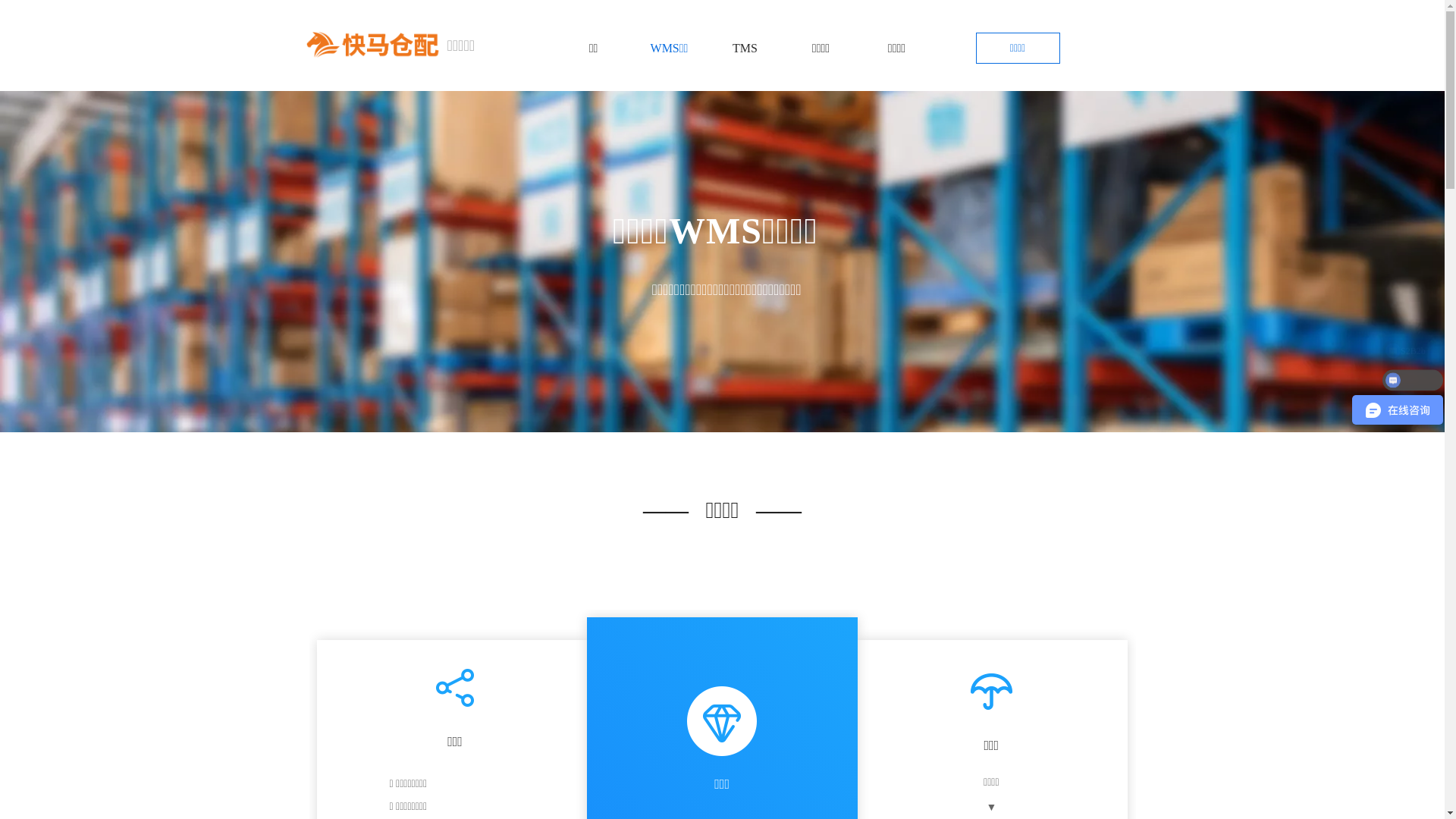  I want to click on 'TMS', so click(745, 48).